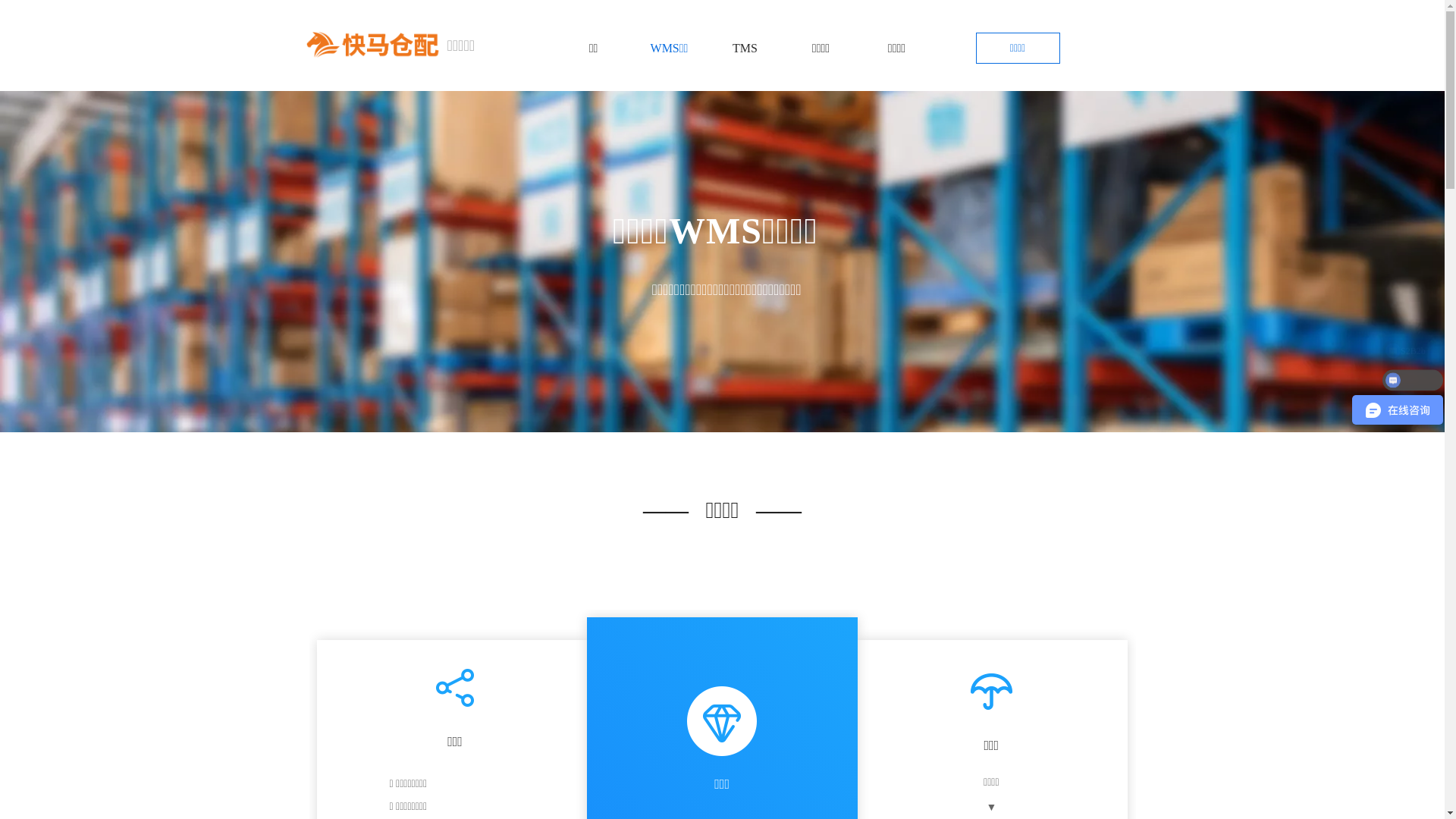  I want to click on 'TMS', so click(745, 48).